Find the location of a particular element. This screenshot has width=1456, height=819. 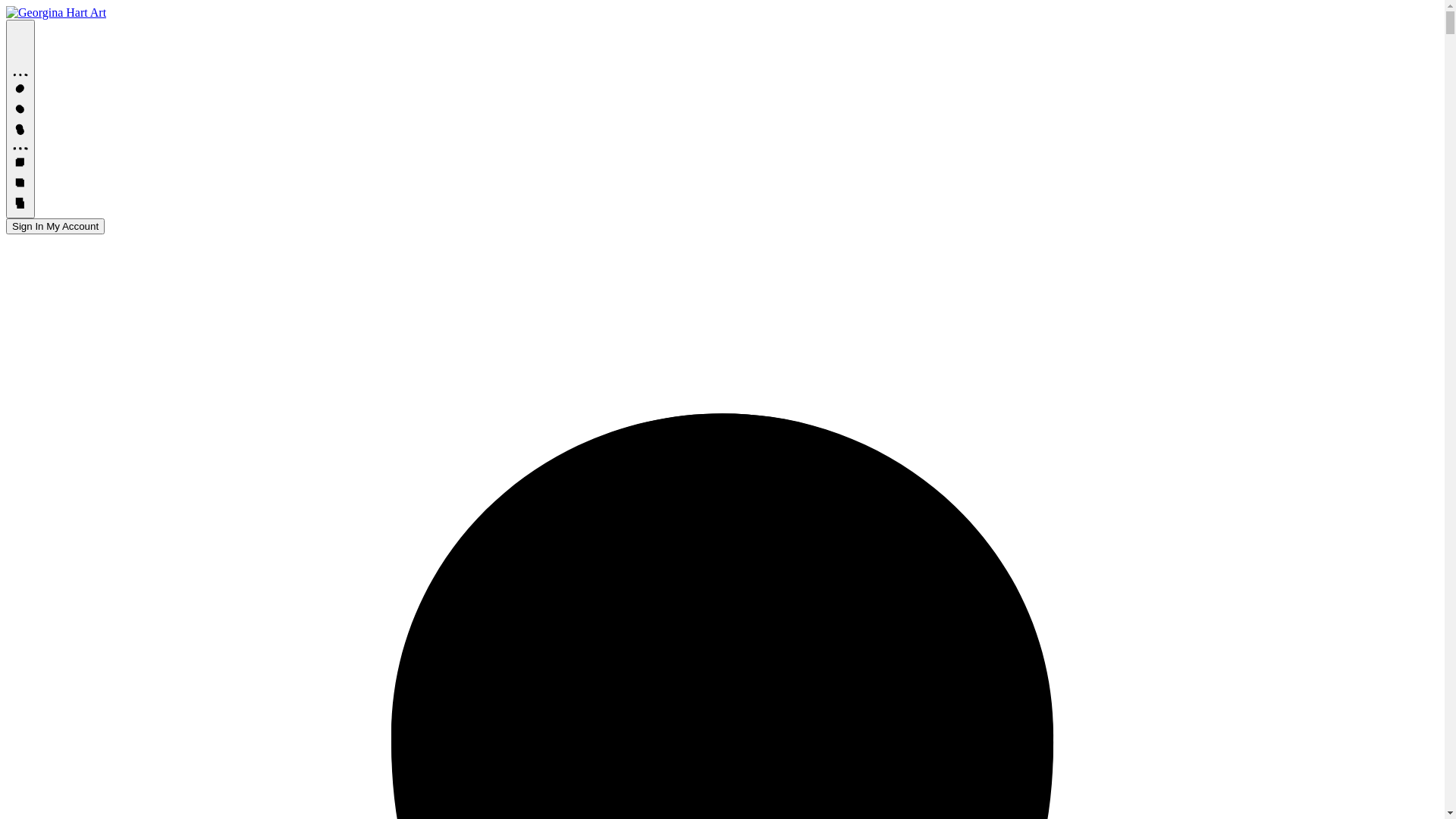

'Sign In My Account' is located at coordinates (6, 226).